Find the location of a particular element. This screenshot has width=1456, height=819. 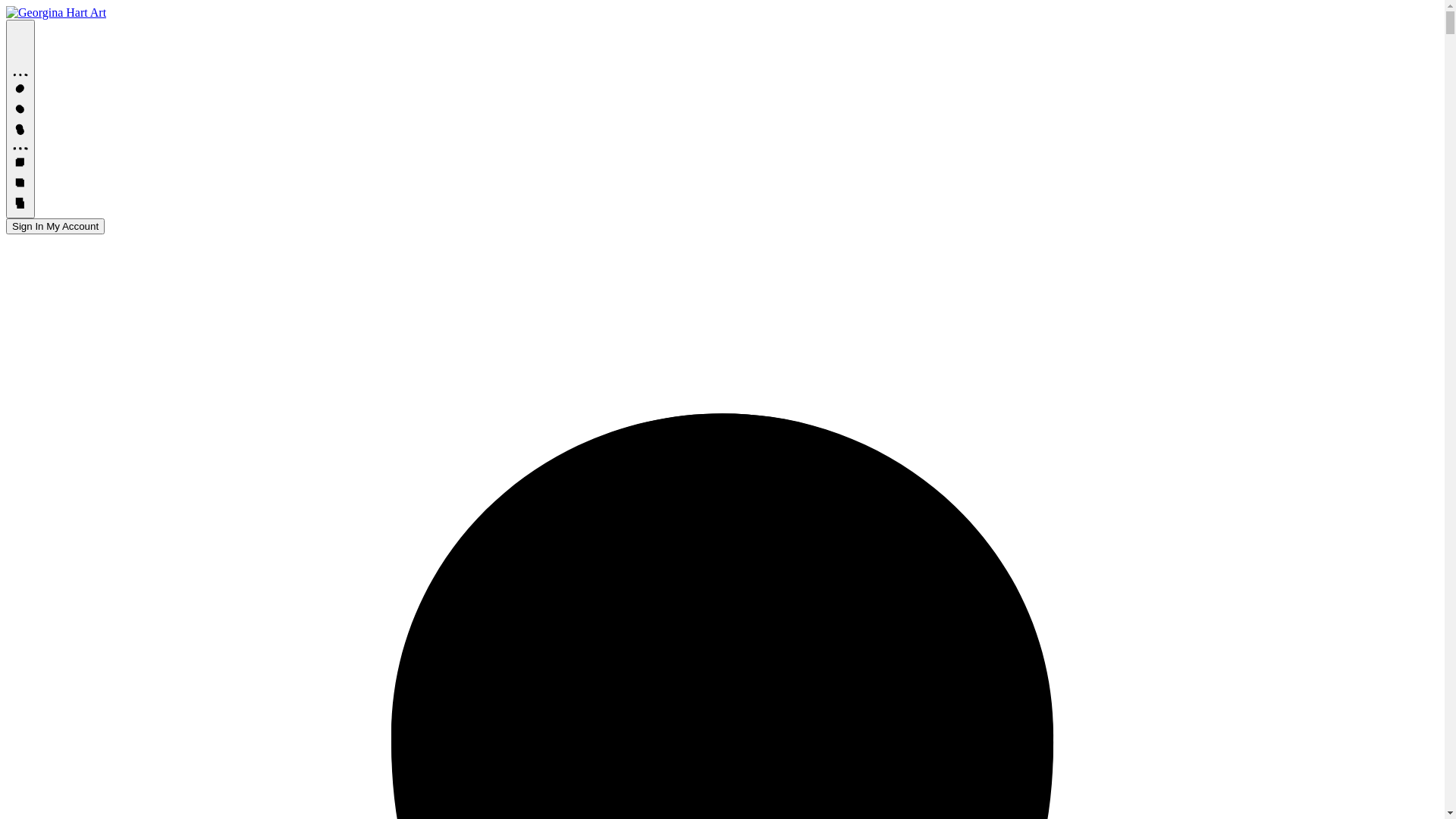

'Sign In My Account' is located at coordinates (6, 226).